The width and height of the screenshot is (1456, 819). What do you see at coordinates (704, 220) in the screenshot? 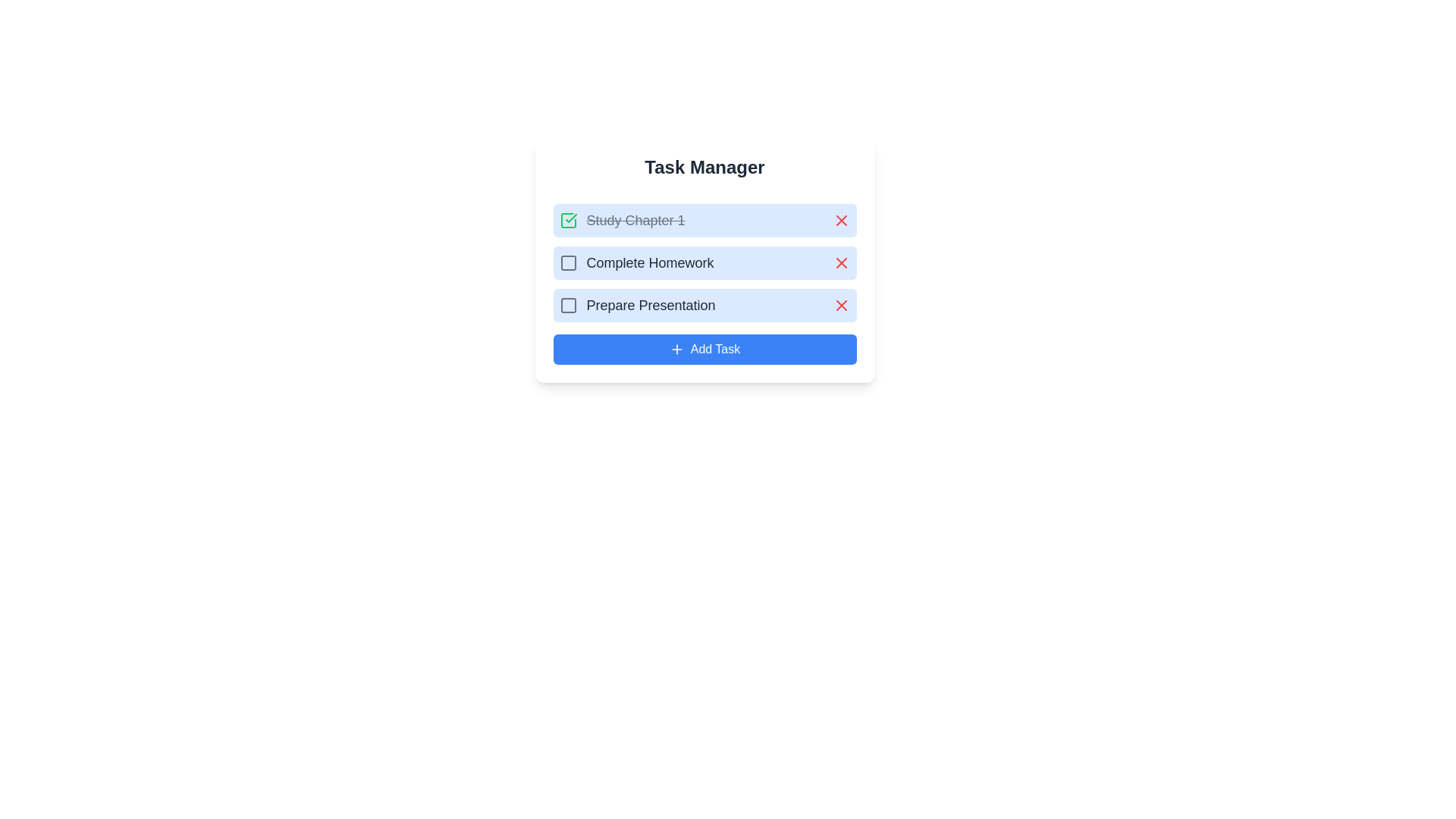
I see `the highlighted task item labeled 'Study Chapter 1'` at bounding box center [704, 220].